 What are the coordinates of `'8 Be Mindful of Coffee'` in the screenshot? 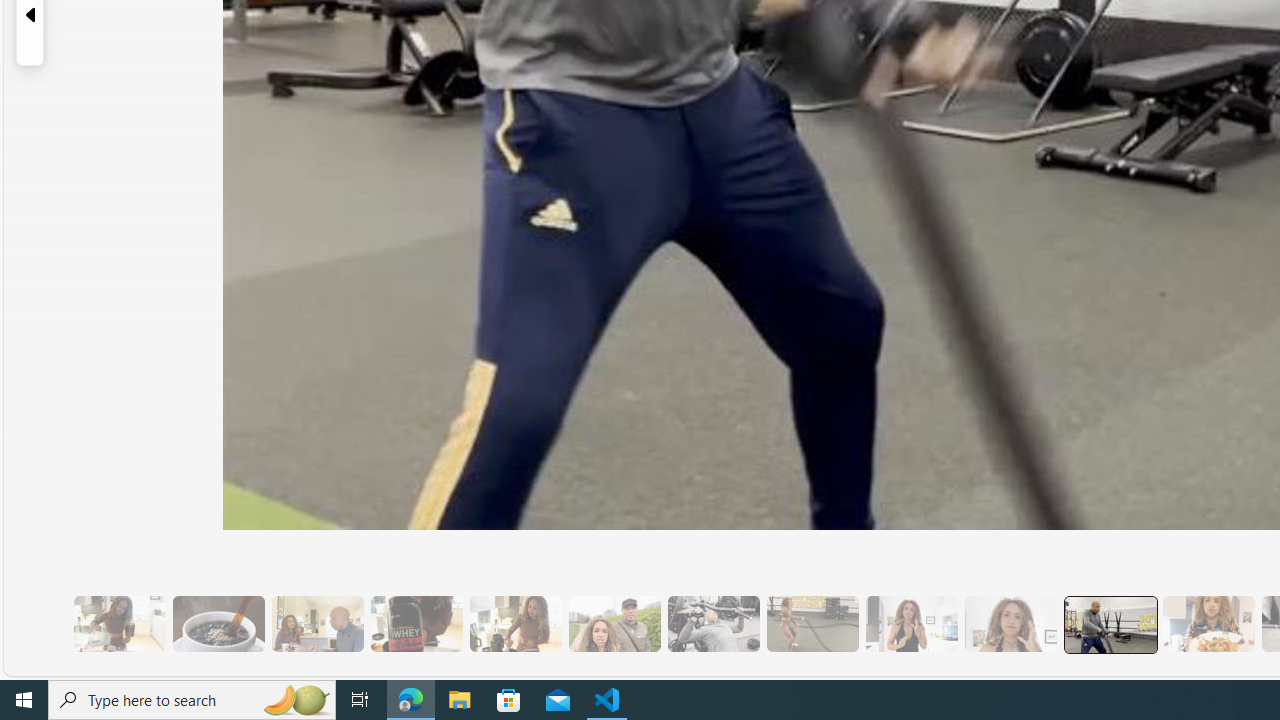 It's located at (218, 623).